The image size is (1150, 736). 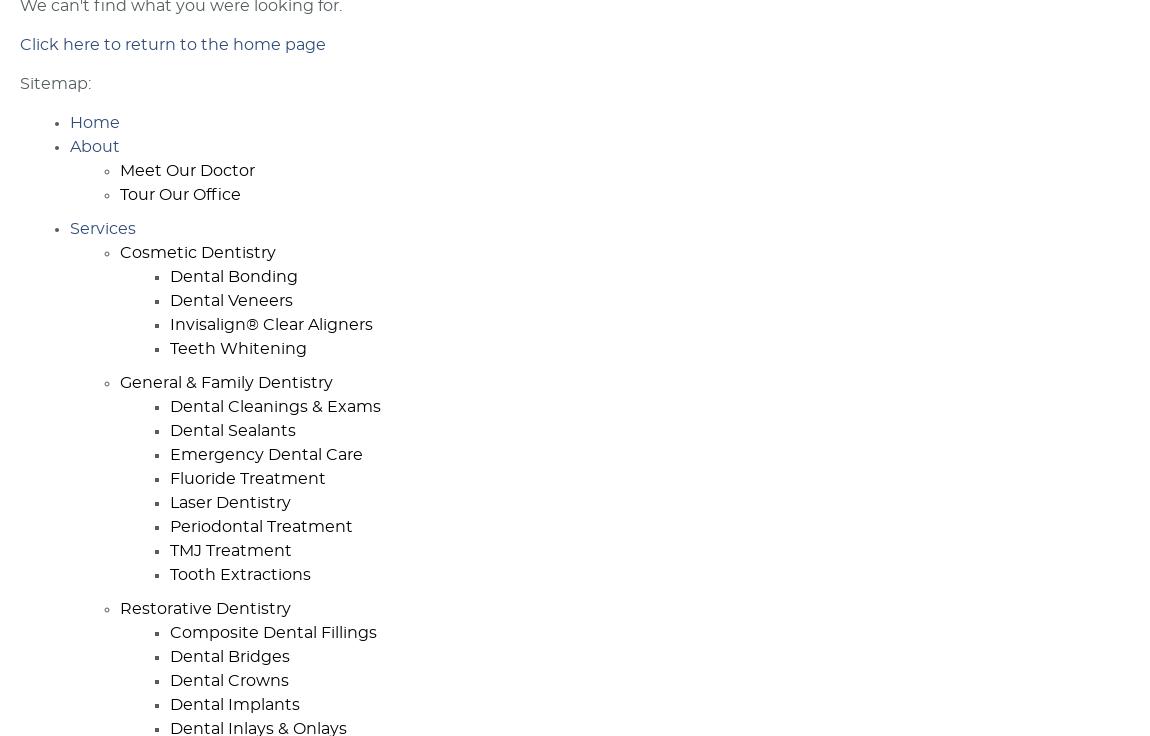 What do you see at coordinates (225, 382) in the screenshot?
I see `'General & Family Dentistry'` at bounding box center [225, 382].